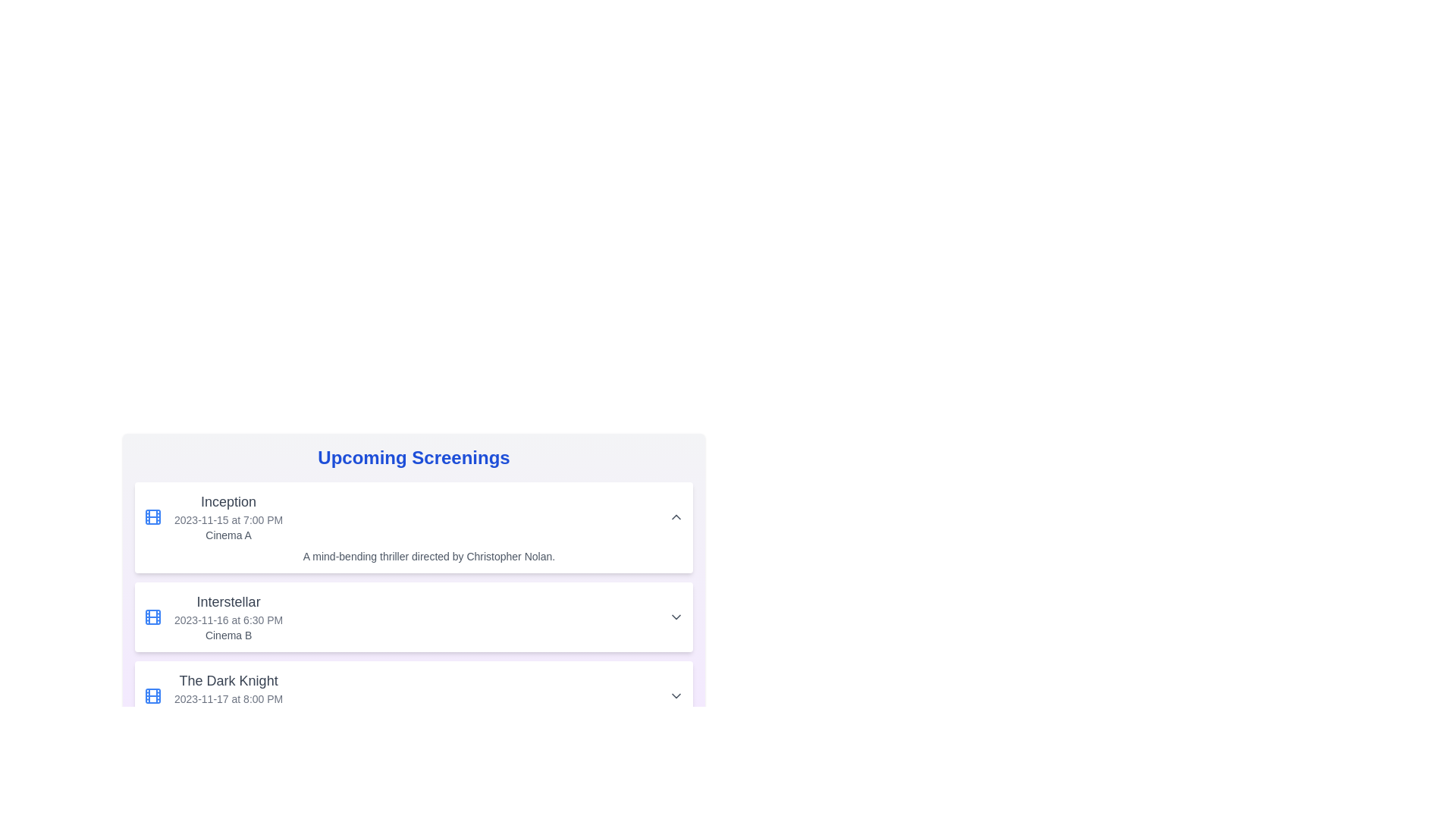 The width and height of the screenshot is (1456, 819). What do you see at coordinates (152, 696) in the screenshot?
I see `the movie screening icon that represents 'The Dark Knight' event for visual identification` at bounding box center [152, 696].